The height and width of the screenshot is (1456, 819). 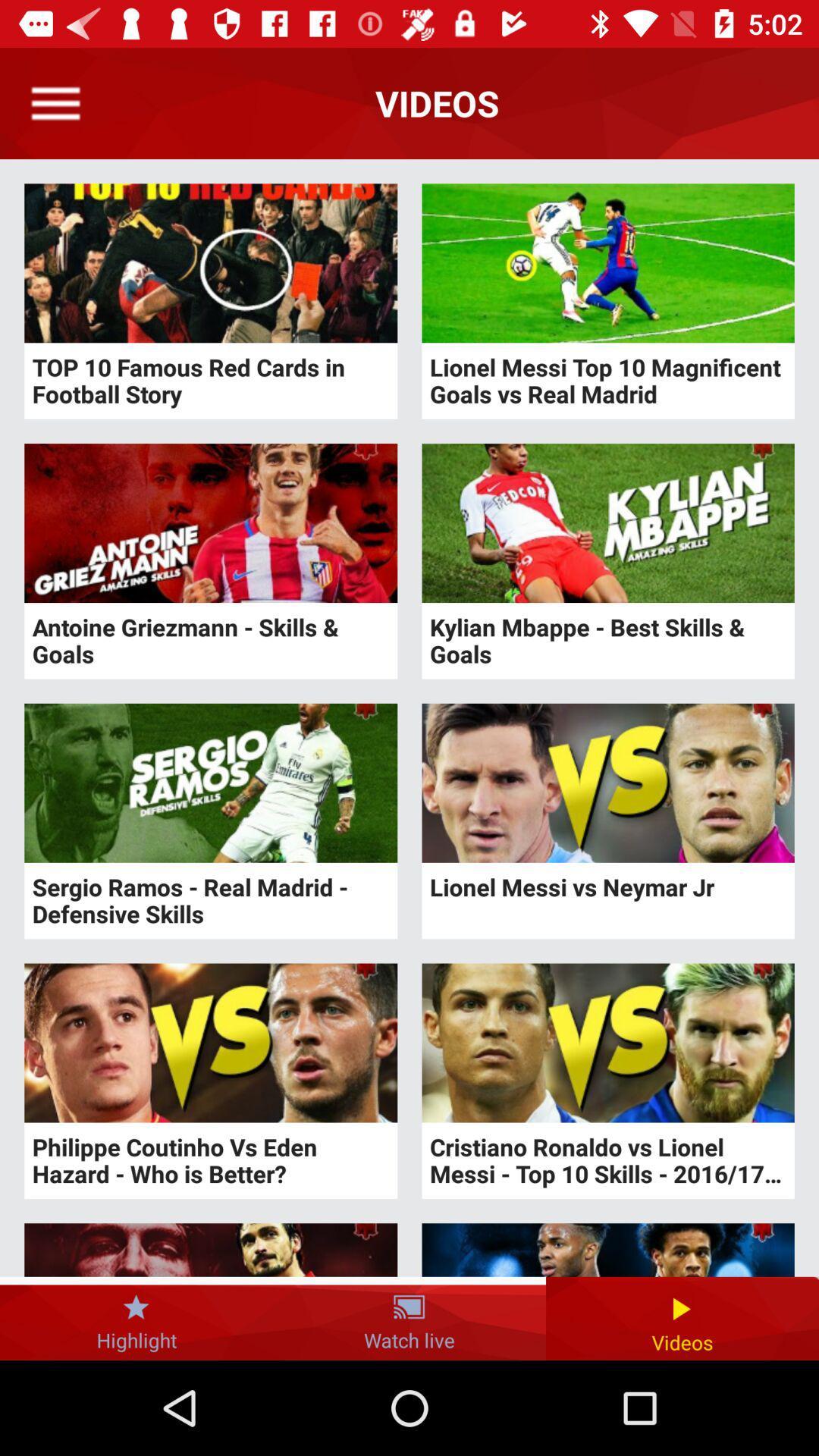 I want to click on menu options, so click(x=55, y=102).